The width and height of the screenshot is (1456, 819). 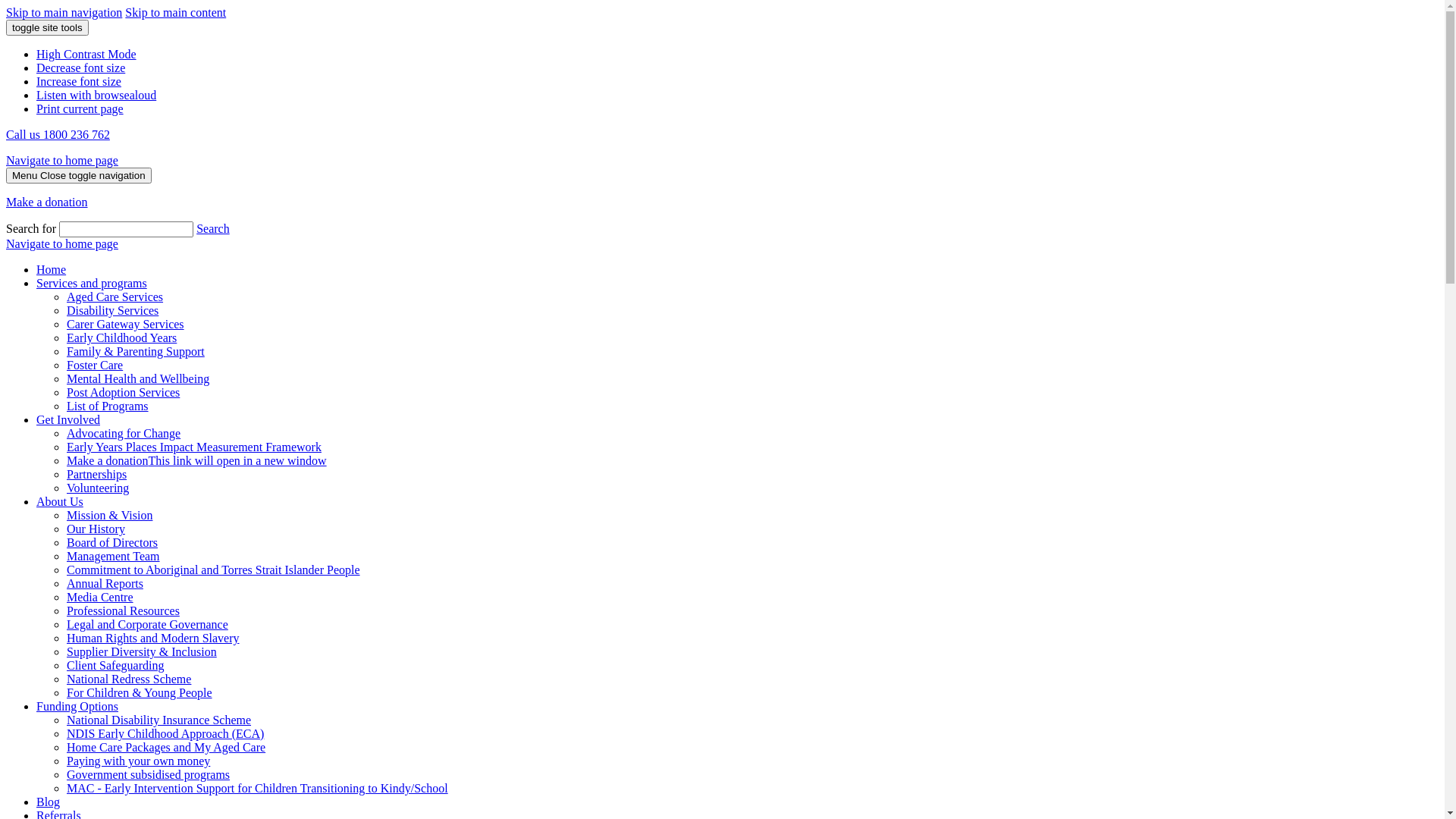 I want to click on 'Make a donationThis link will open in a new window', so click(x=196, y=460).